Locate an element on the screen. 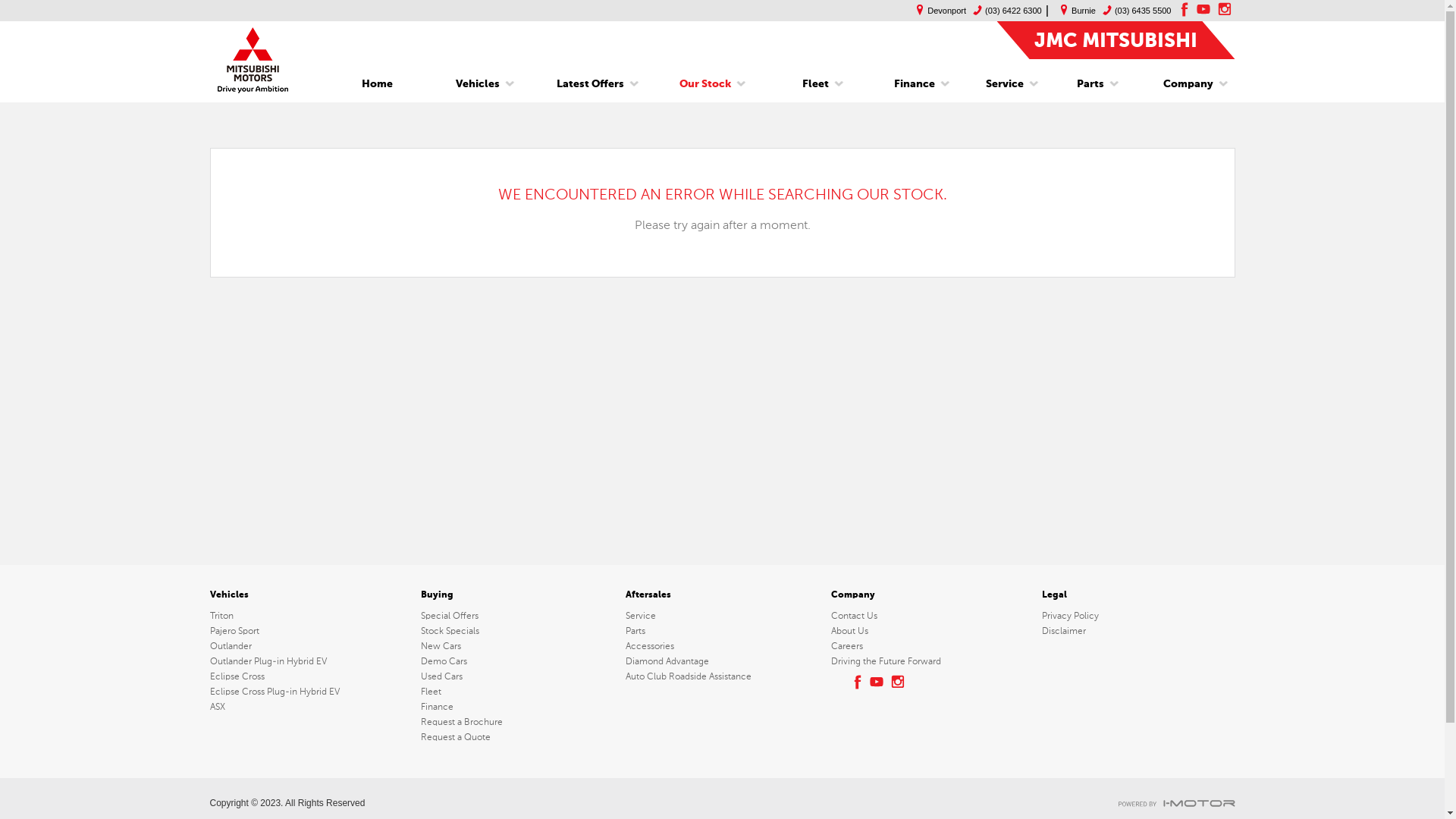 The image size is (1456, 819). 'Latest Offers' is located at coordinates (545, 84).